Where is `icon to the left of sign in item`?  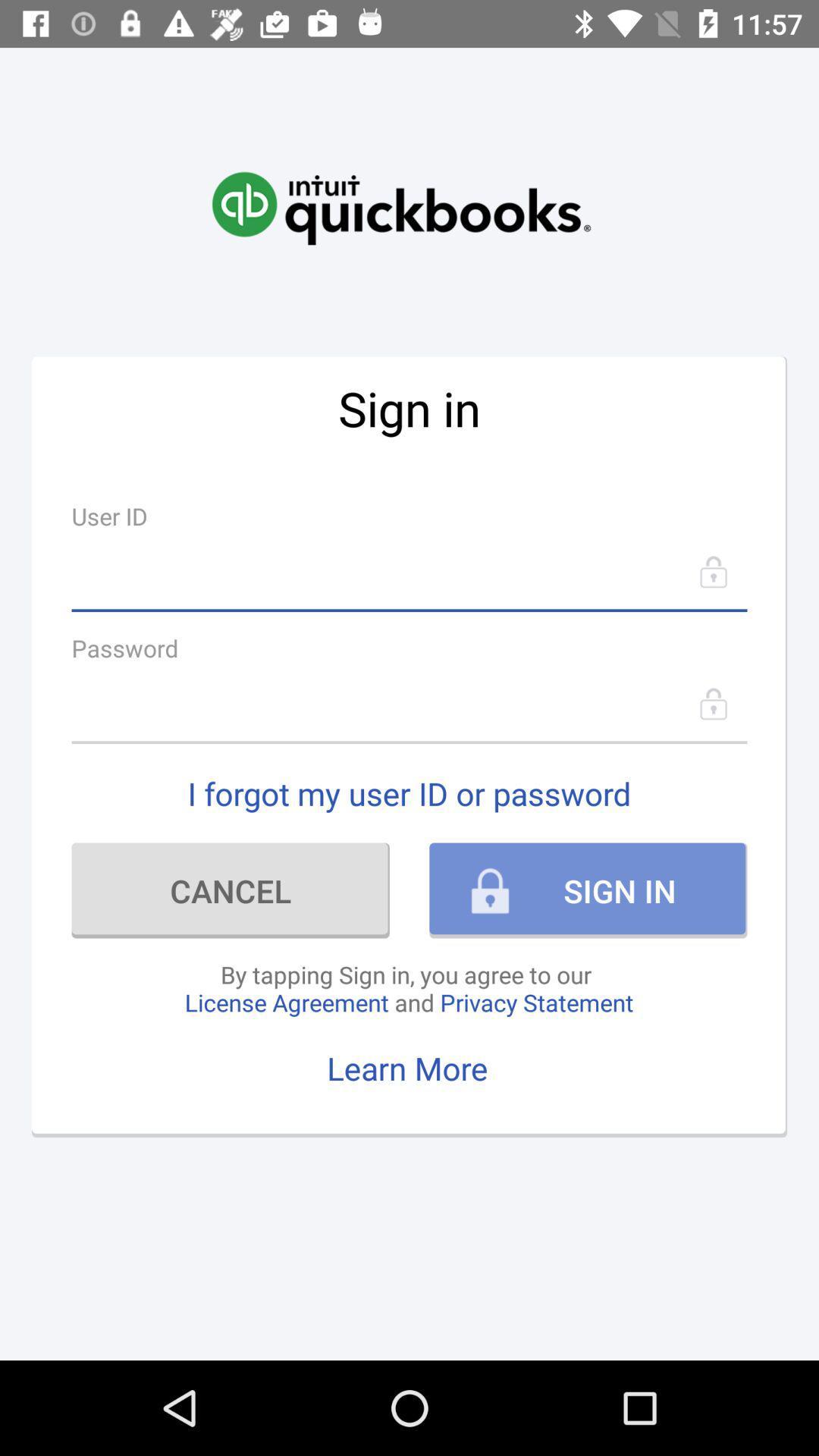
icon to the left of sign in item is located at coordinates (231, 890).